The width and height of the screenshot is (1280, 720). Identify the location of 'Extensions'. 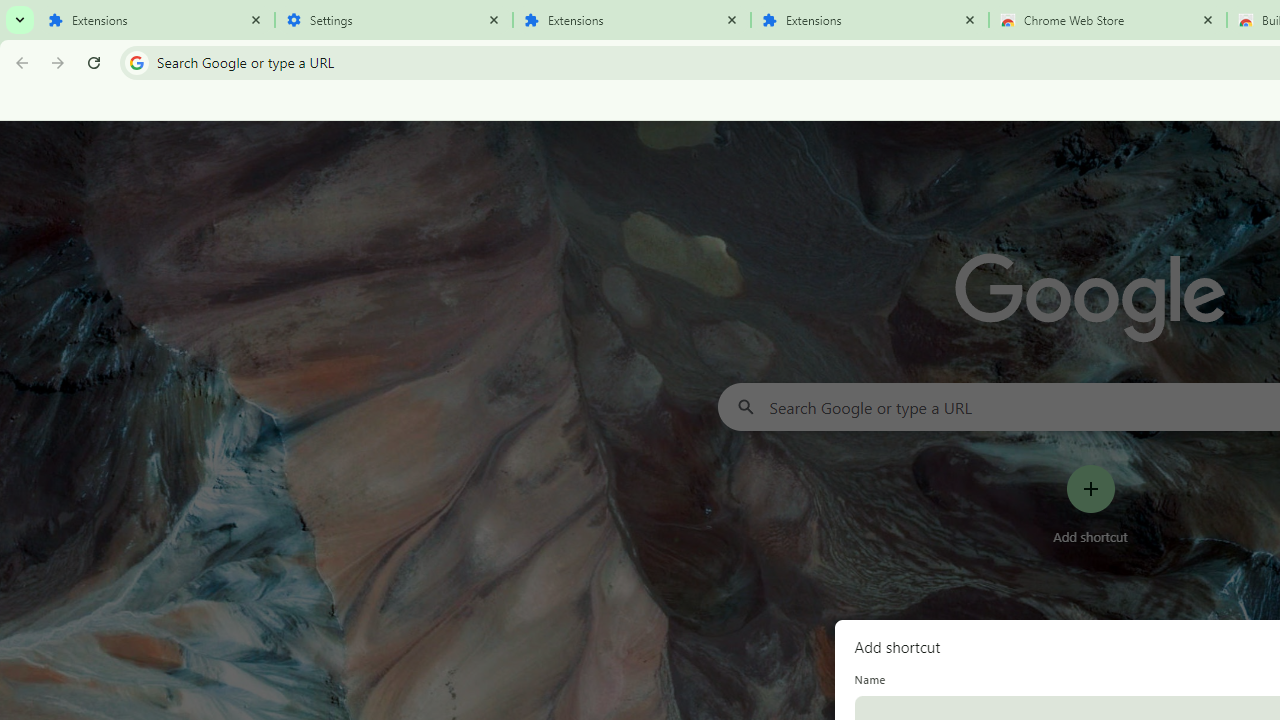
(155, 20).